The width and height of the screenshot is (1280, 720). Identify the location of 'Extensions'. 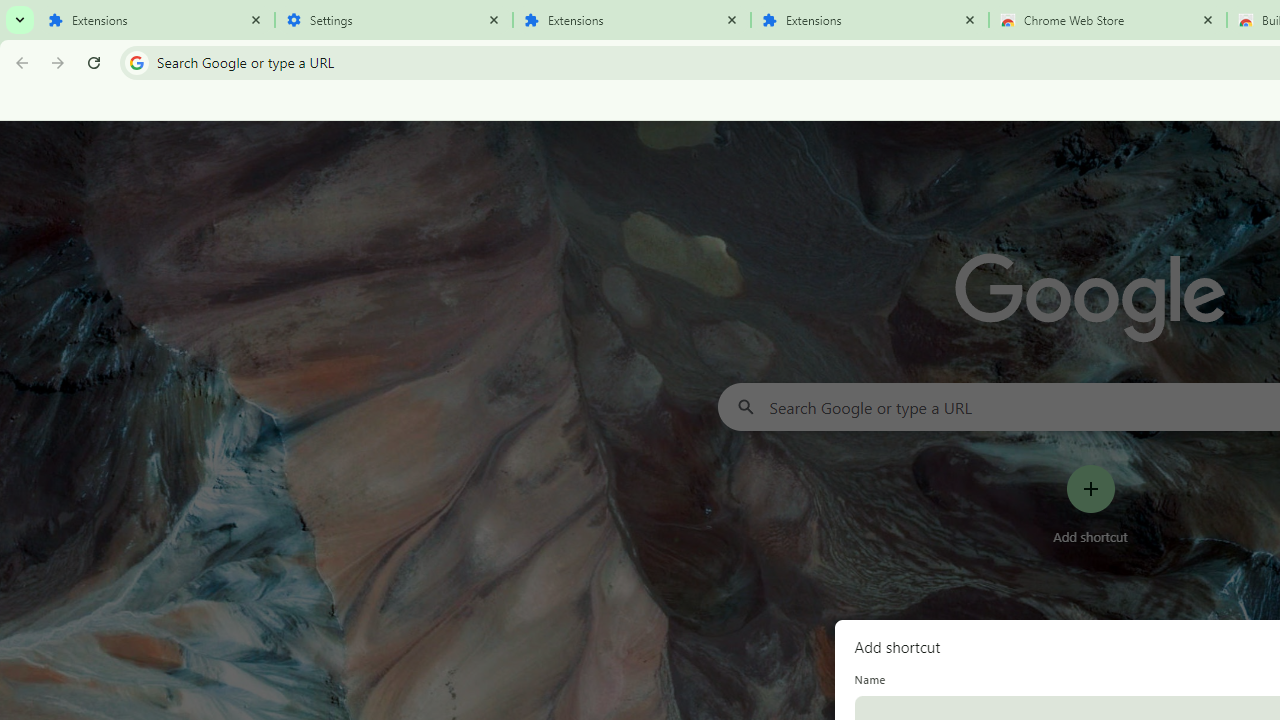
(155, 20).